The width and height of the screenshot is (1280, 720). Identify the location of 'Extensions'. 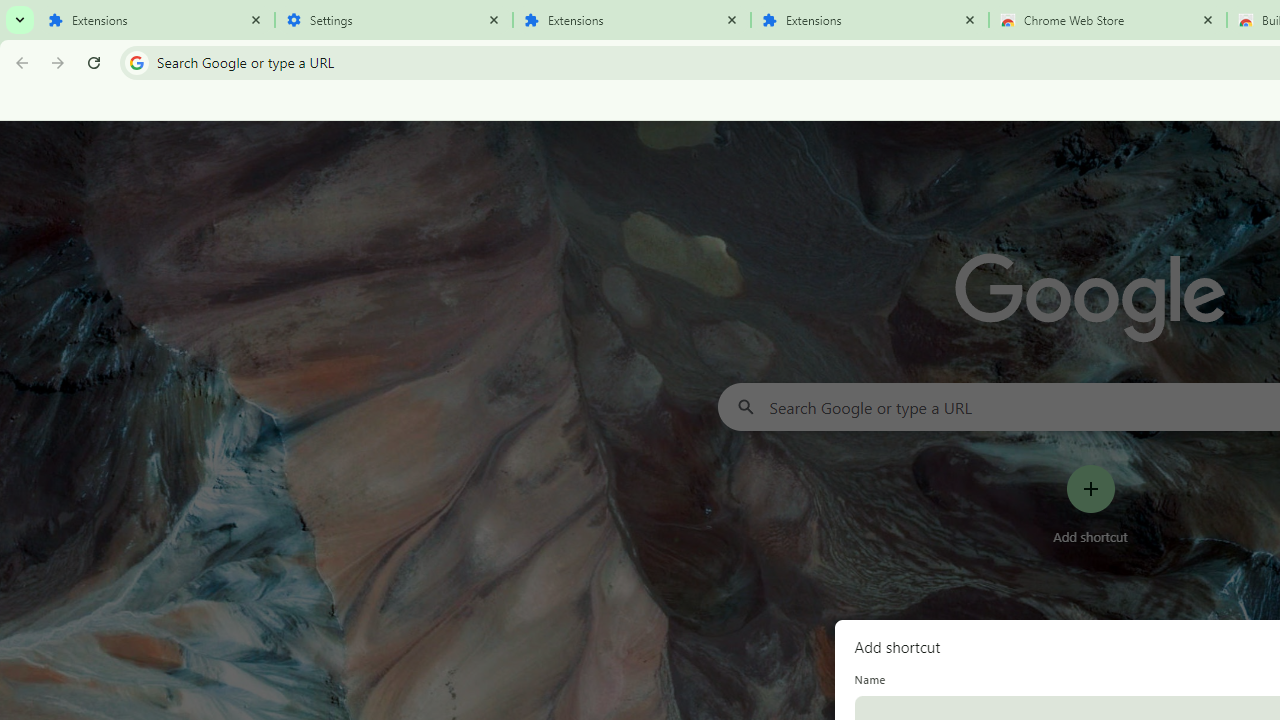
(155, 20).